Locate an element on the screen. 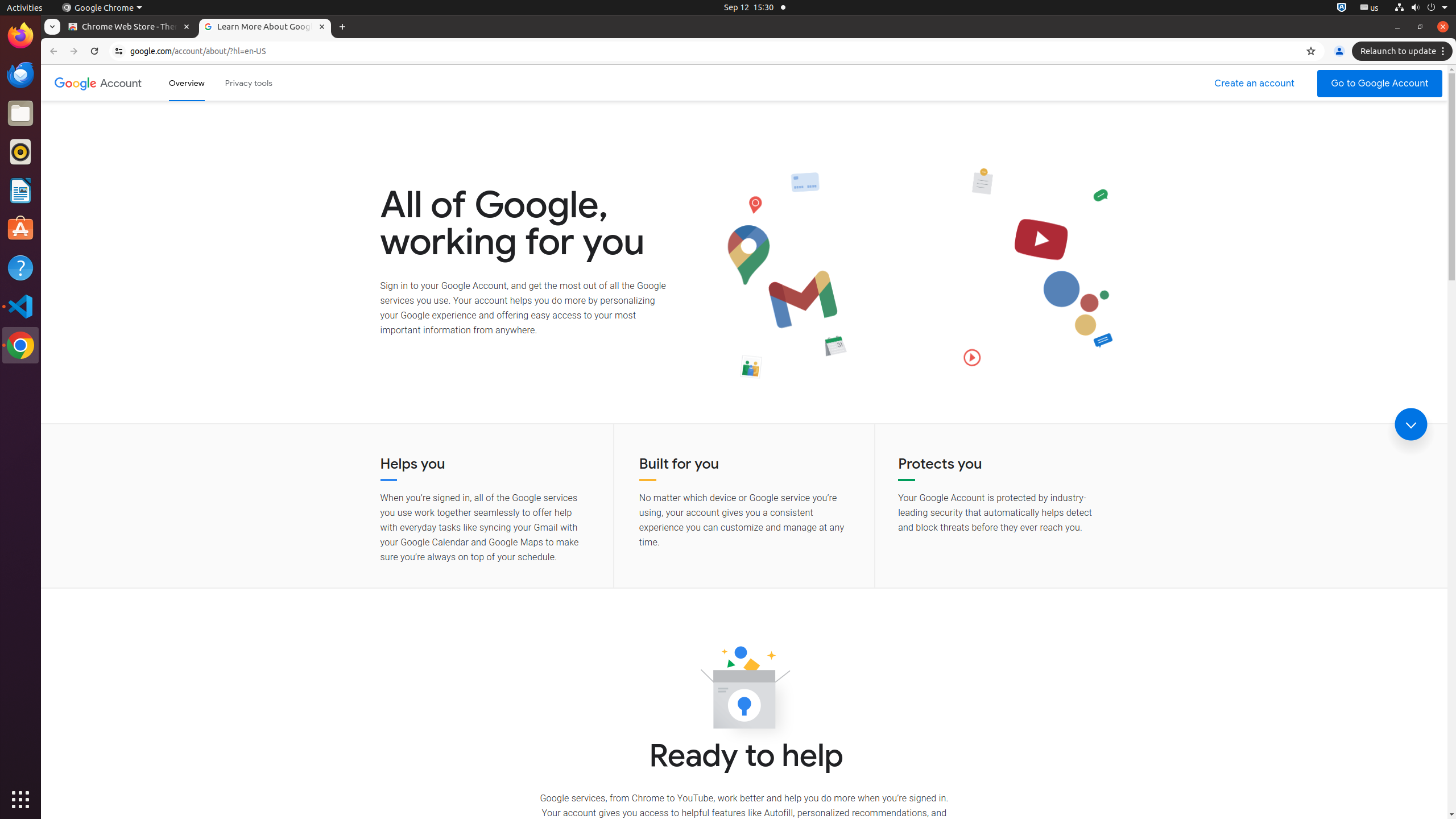 This screenshot has width=1456, height=819. 'System' is located at coordinates (1421, 7).